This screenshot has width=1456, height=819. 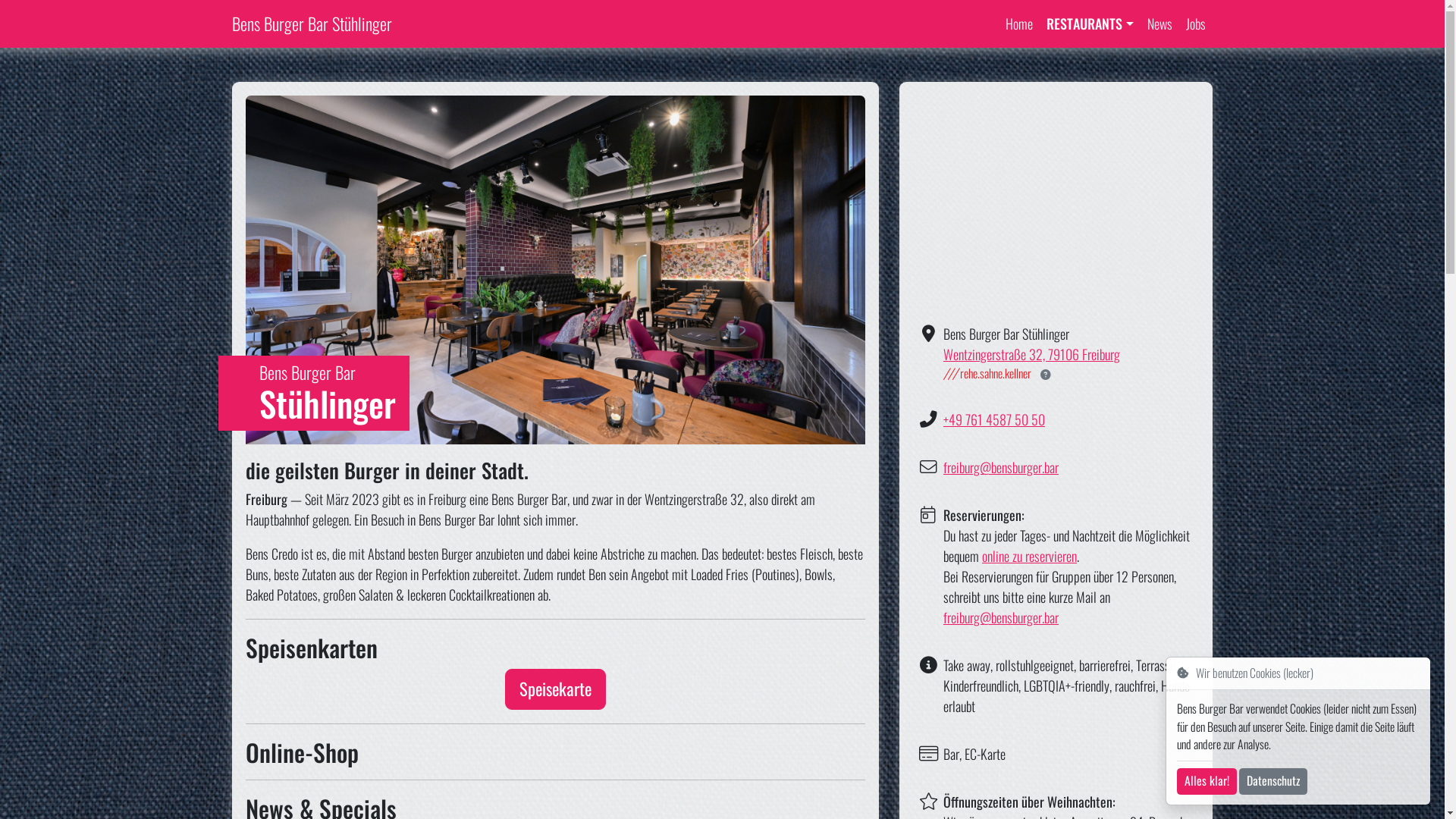 I want to click on '+49 761 4587 50 50', so click(x=993, y=419).